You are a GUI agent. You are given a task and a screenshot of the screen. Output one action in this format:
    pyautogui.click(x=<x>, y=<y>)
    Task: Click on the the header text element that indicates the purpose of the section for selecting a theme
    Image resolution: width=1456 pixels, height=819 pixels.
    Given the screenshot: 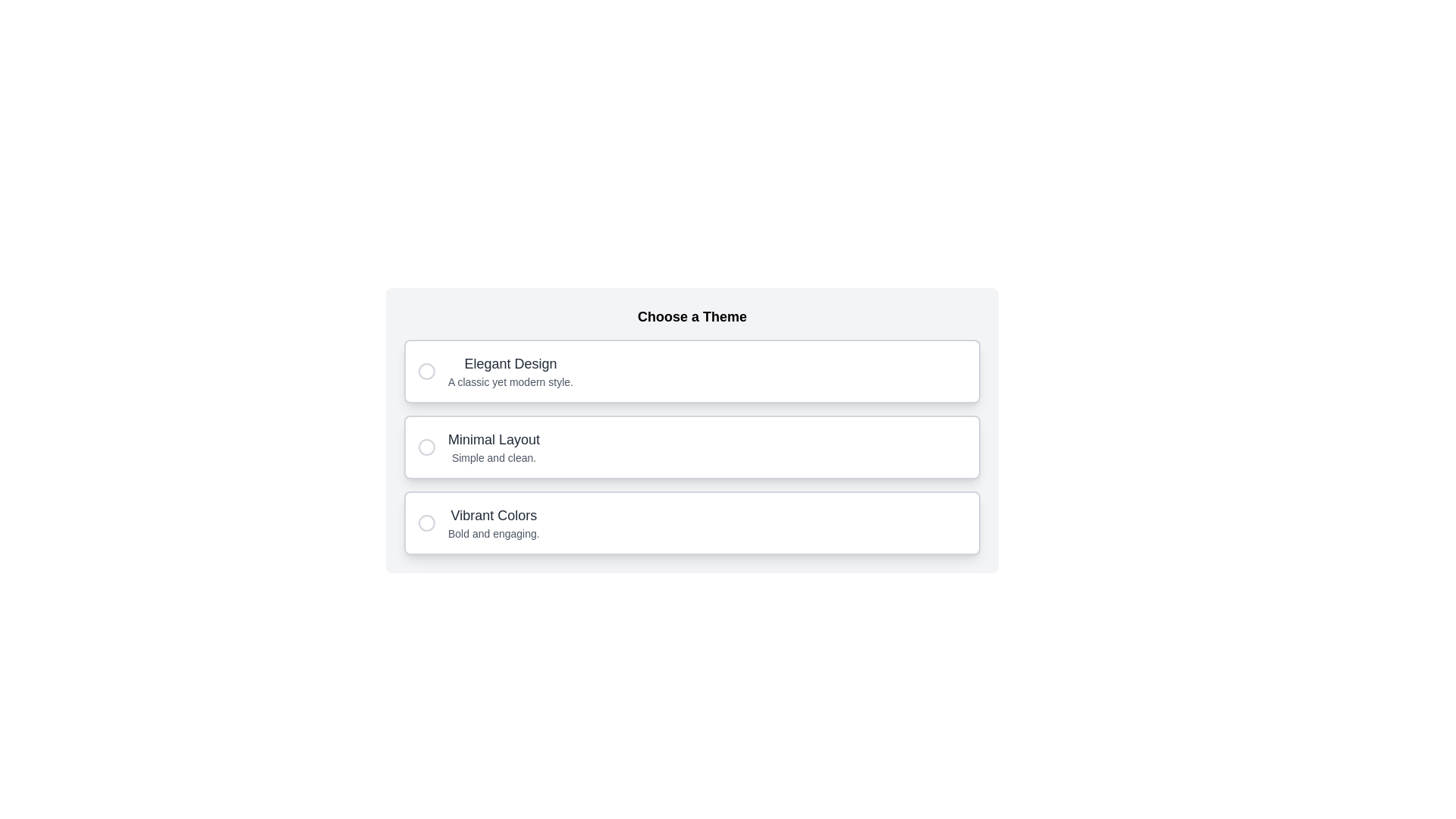 What is the action you would take?
    pyautogui.click(x=691, y=315)
    